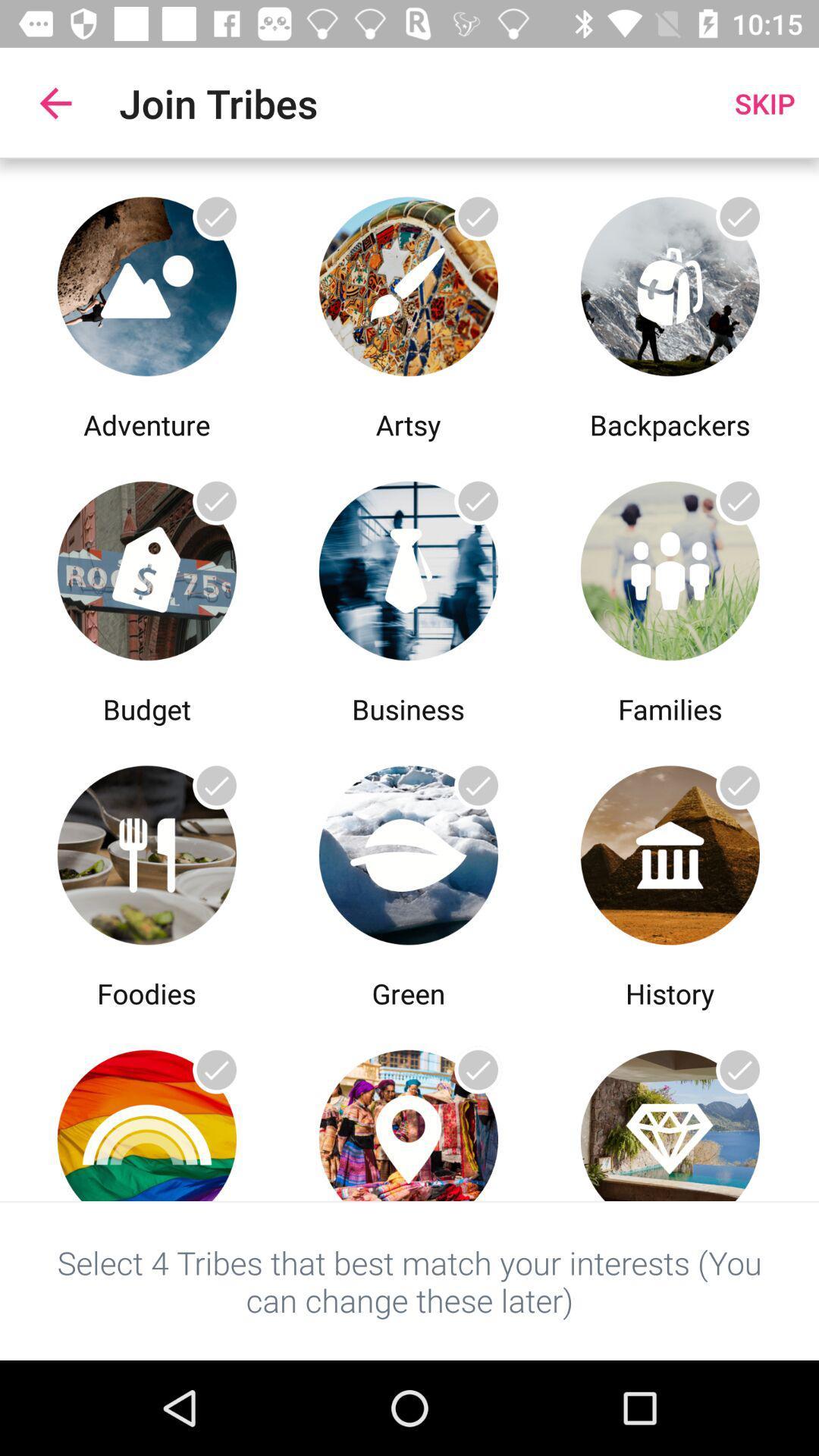 Image resolution: width=819 pixels, height=1456 pixels. I want to click on a select option, so click(407, 282).